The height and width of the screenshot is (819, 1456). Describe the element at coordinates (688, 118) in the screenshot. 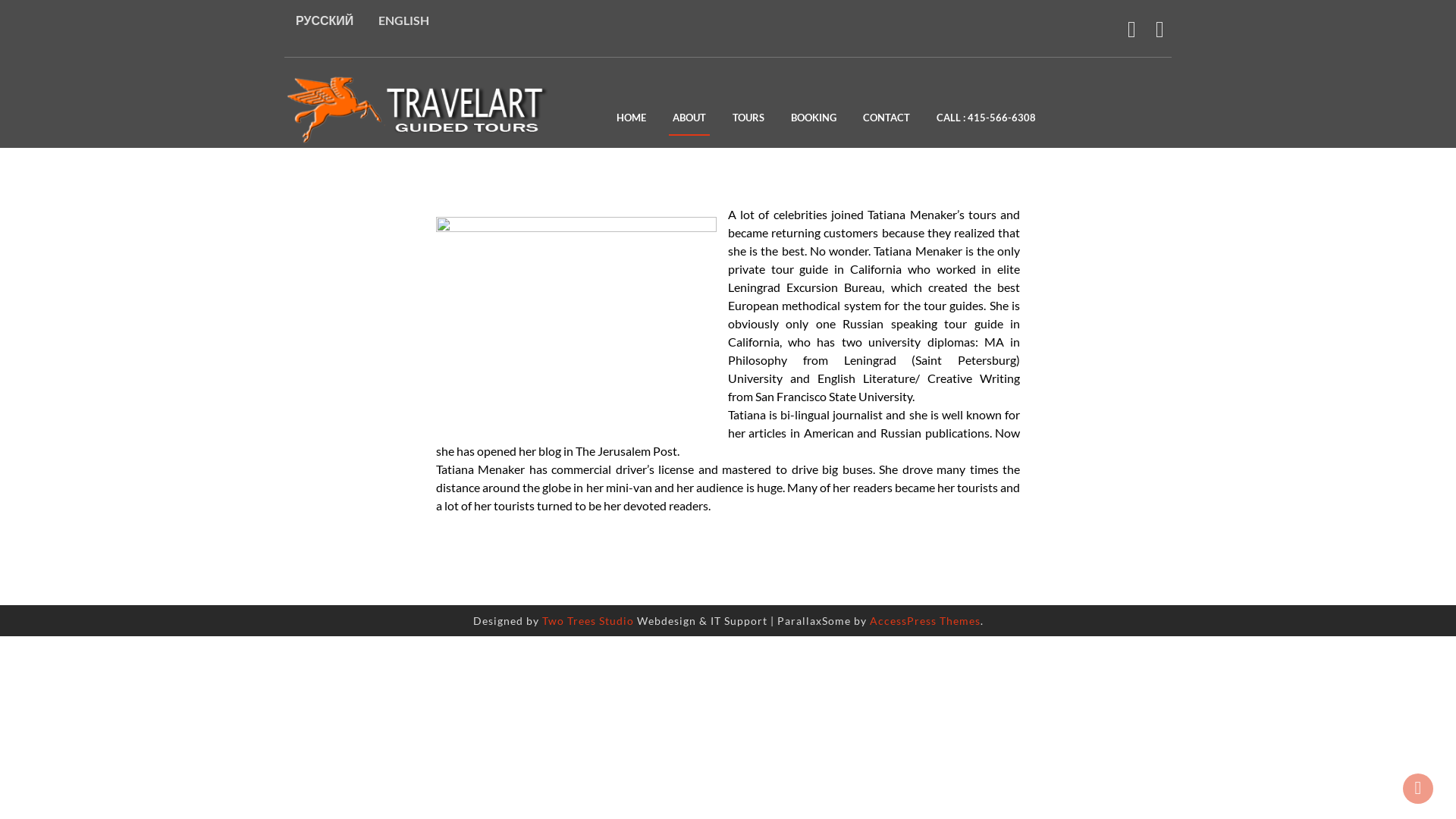

I see `'ABOUT'` at that location.